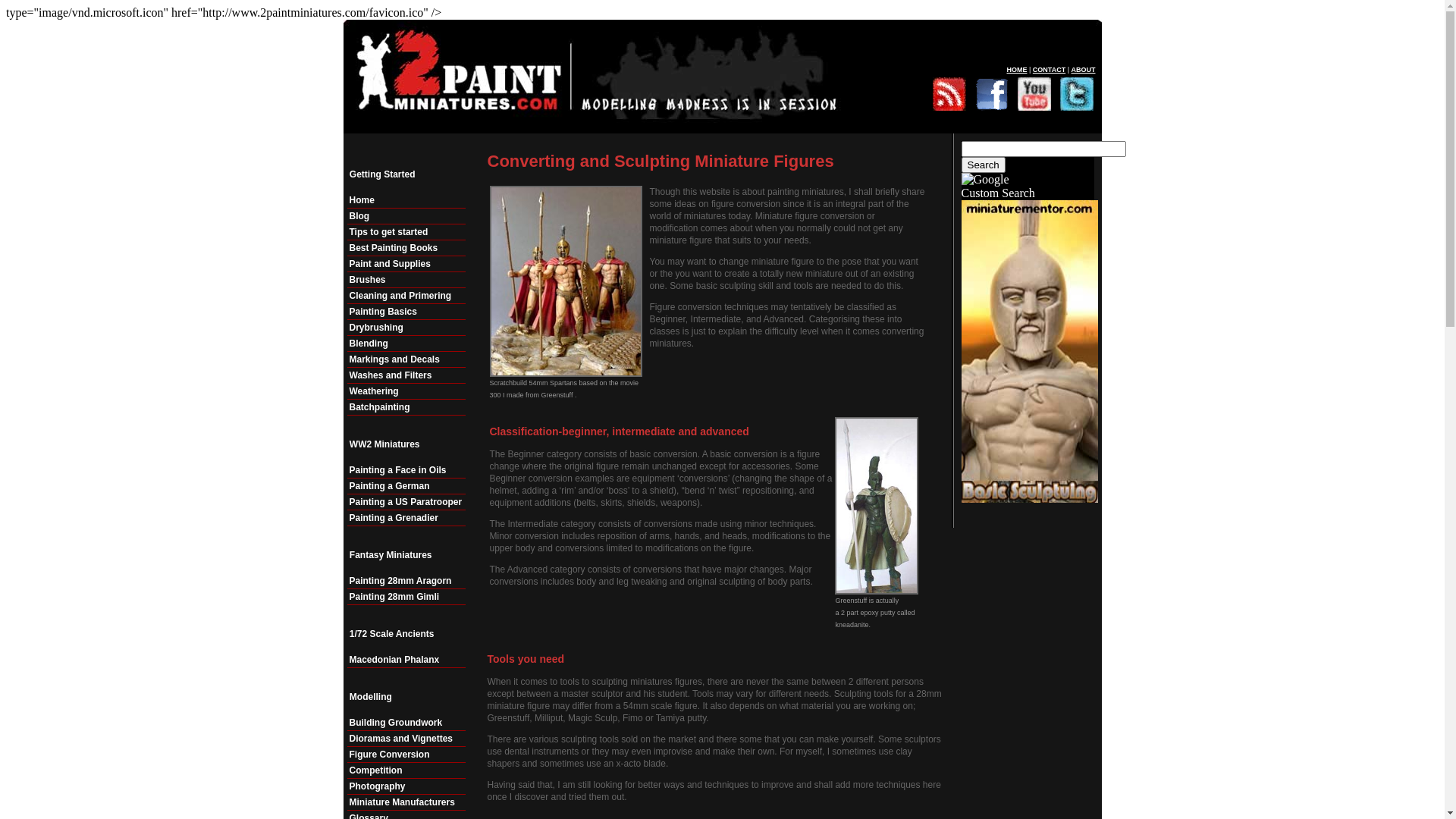 The width and height of the screenshot is (1456, 819). Describe the element at coordinates (406, 469) in the screenshot. I see `'Painting a Face in Oils'` at that location.